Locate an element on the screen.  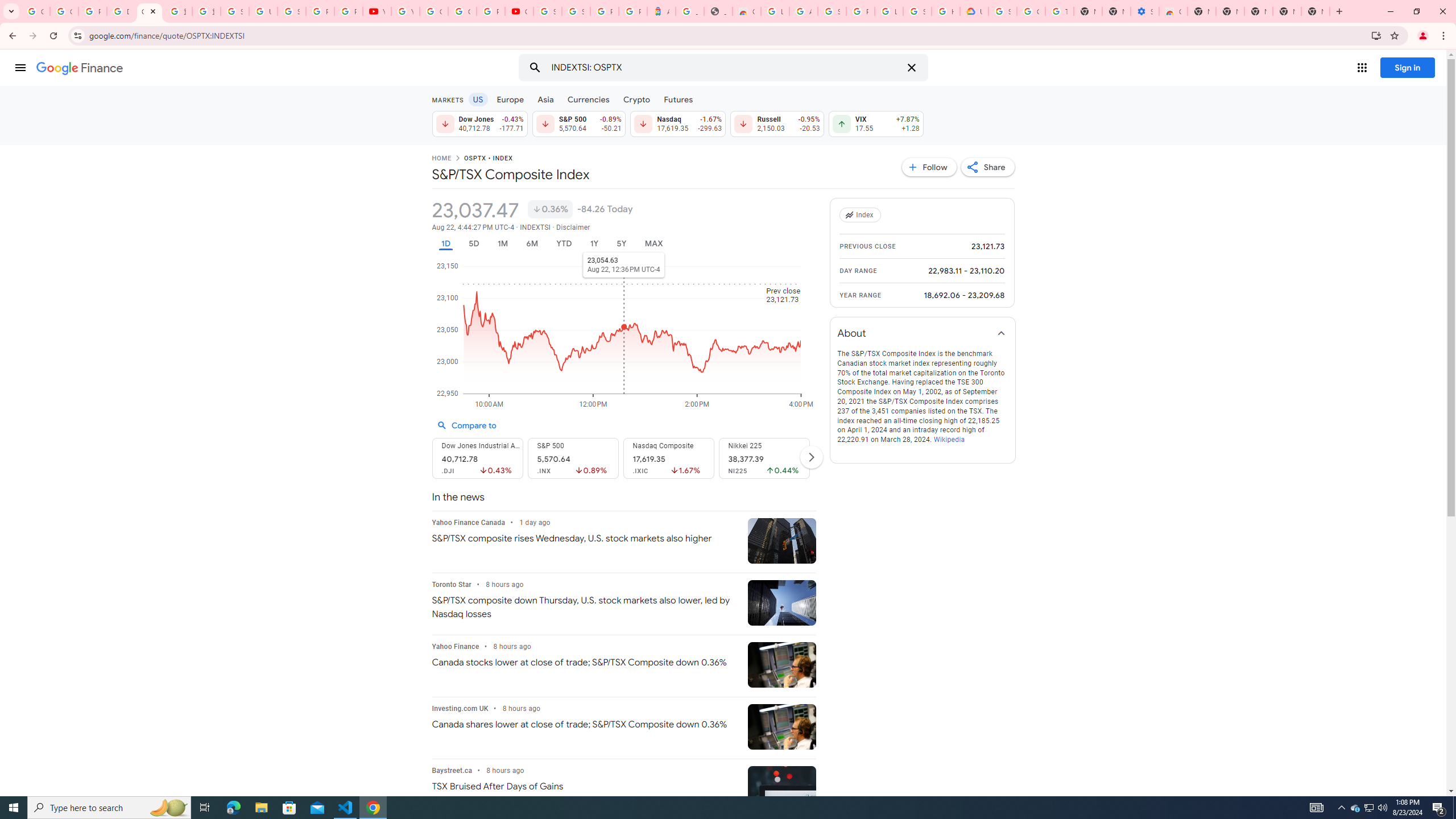
'Russell 2,150.03 Down by 0.95% -20.53' is located at coordinates (777, 123).